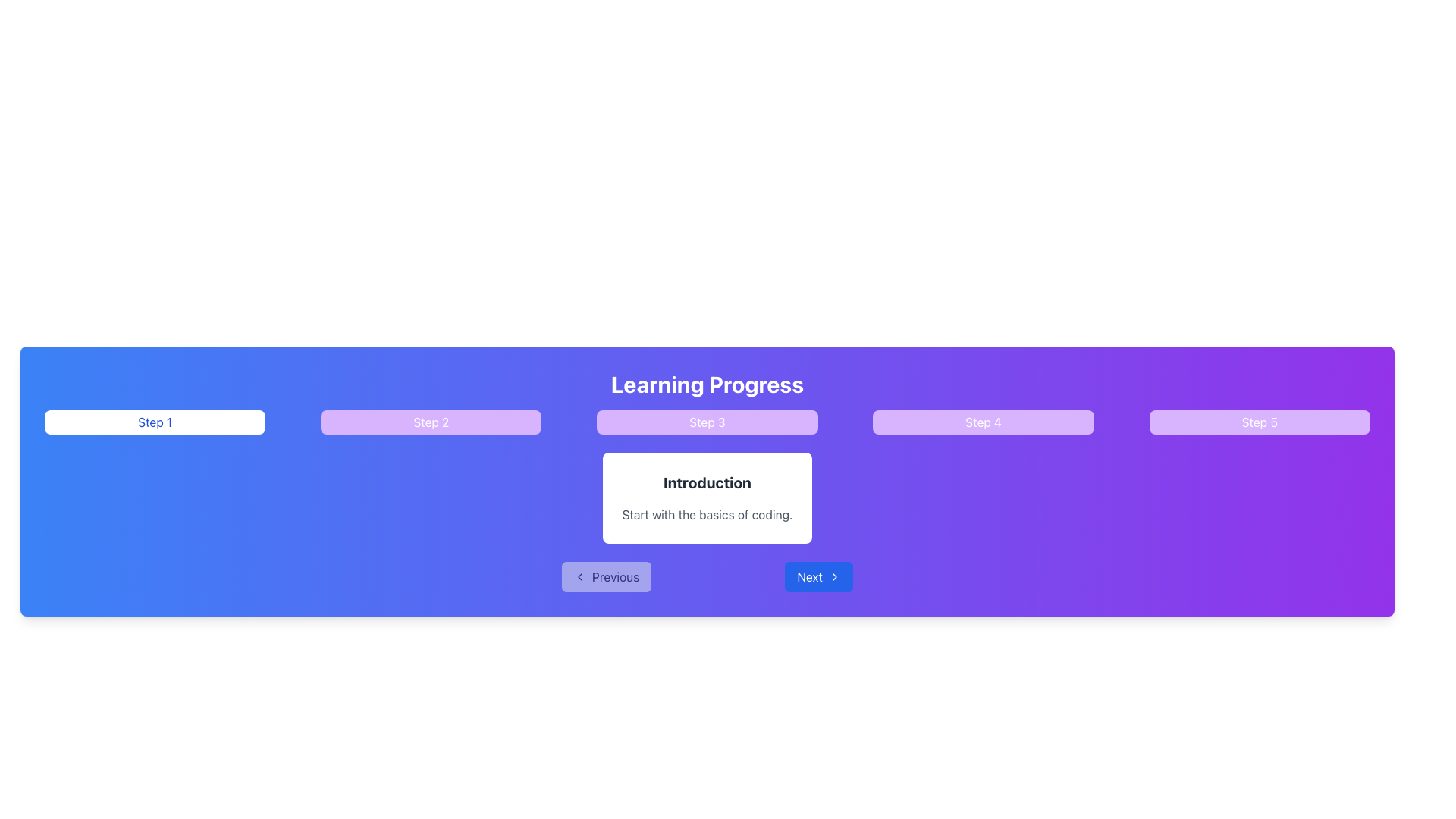  Describe the element at coordinates (706, 482) in the screenshot. I see `the 'Introduction' text label displayed in a large, bold font within a white rounded rectangular card on a gradient background` at that location.